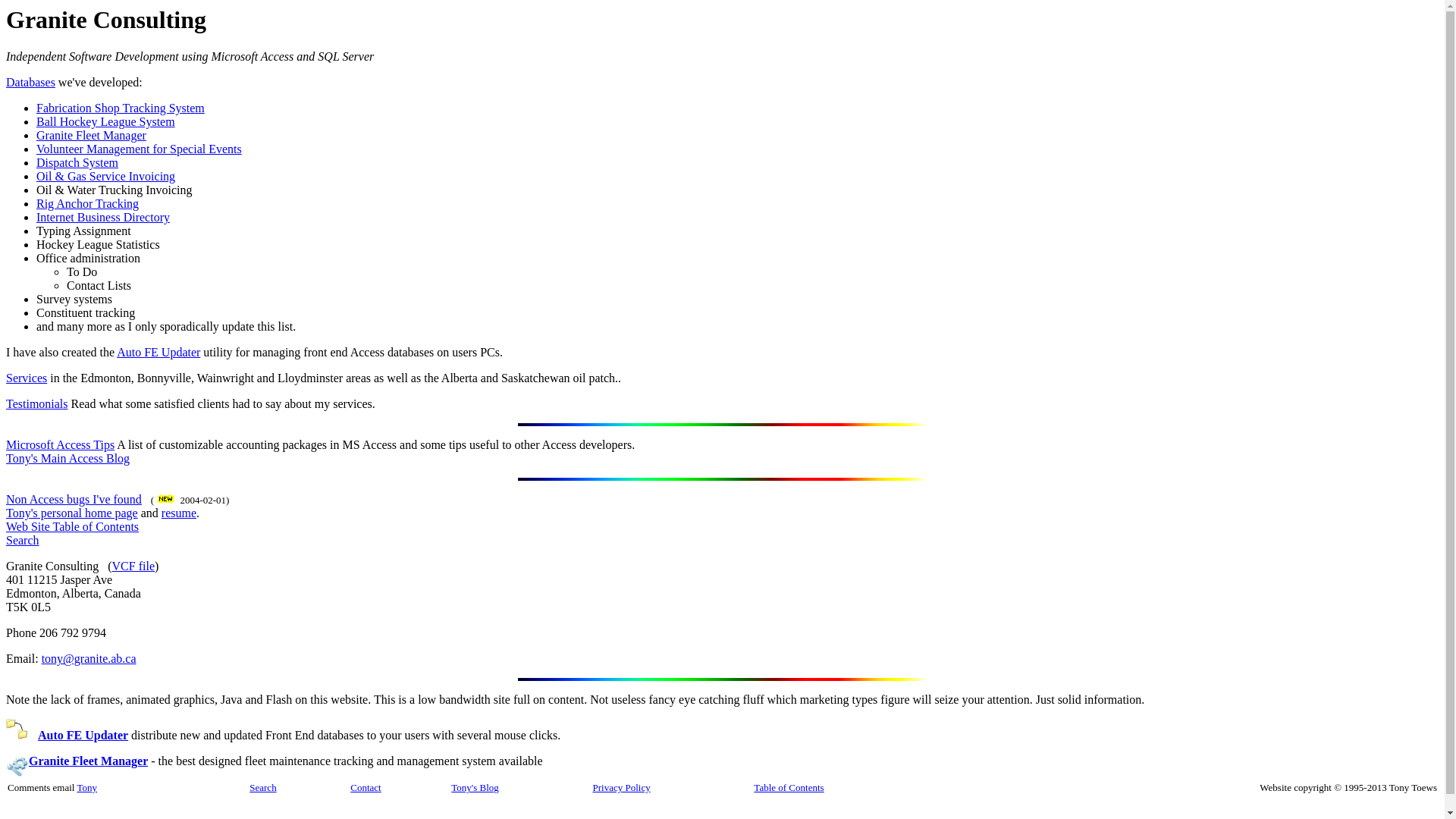 The image size is (1456, 819). I want to click on 'Tony's Blog', so click(473, 786).